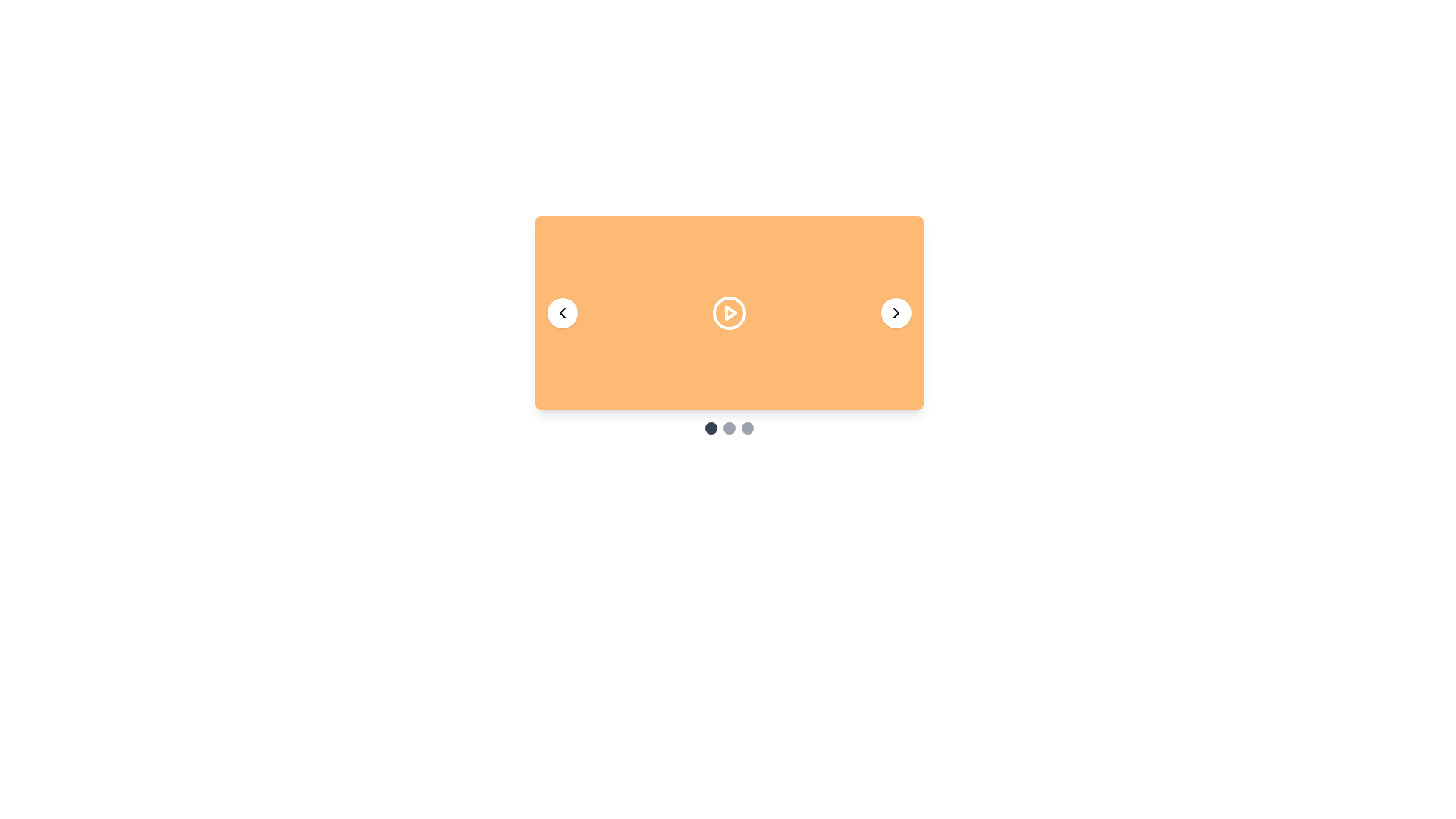 This screenshot has width=1456, height=819. I want to click on the second radio button in a row of three, positioned between a darker gray button on the left and a lighter gray button on the right, located beneath a large banner-like section with navigational controls, so click(729, 428).